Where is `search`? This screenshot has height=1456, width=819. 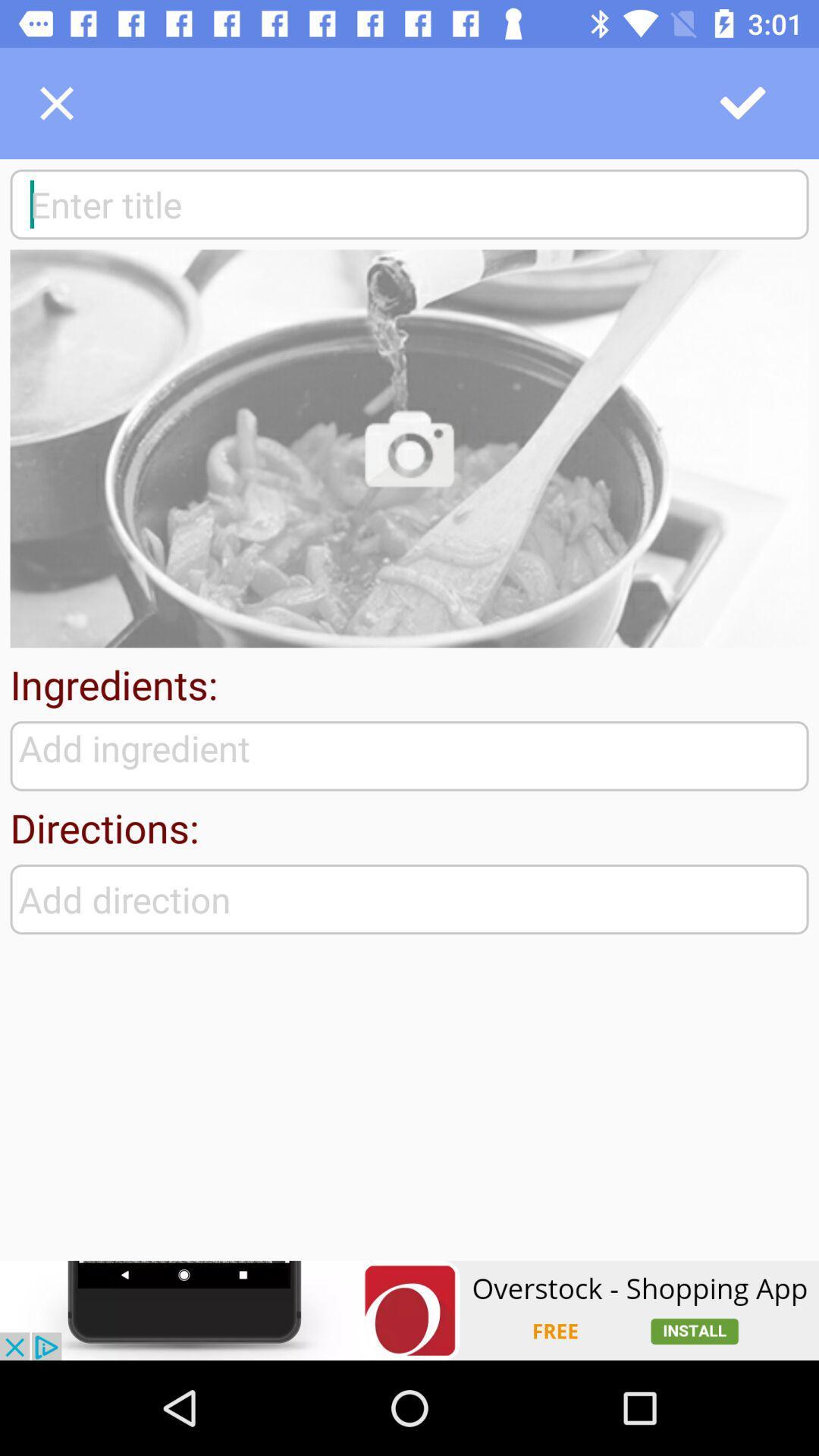
search is located at coordinates (409, 203).